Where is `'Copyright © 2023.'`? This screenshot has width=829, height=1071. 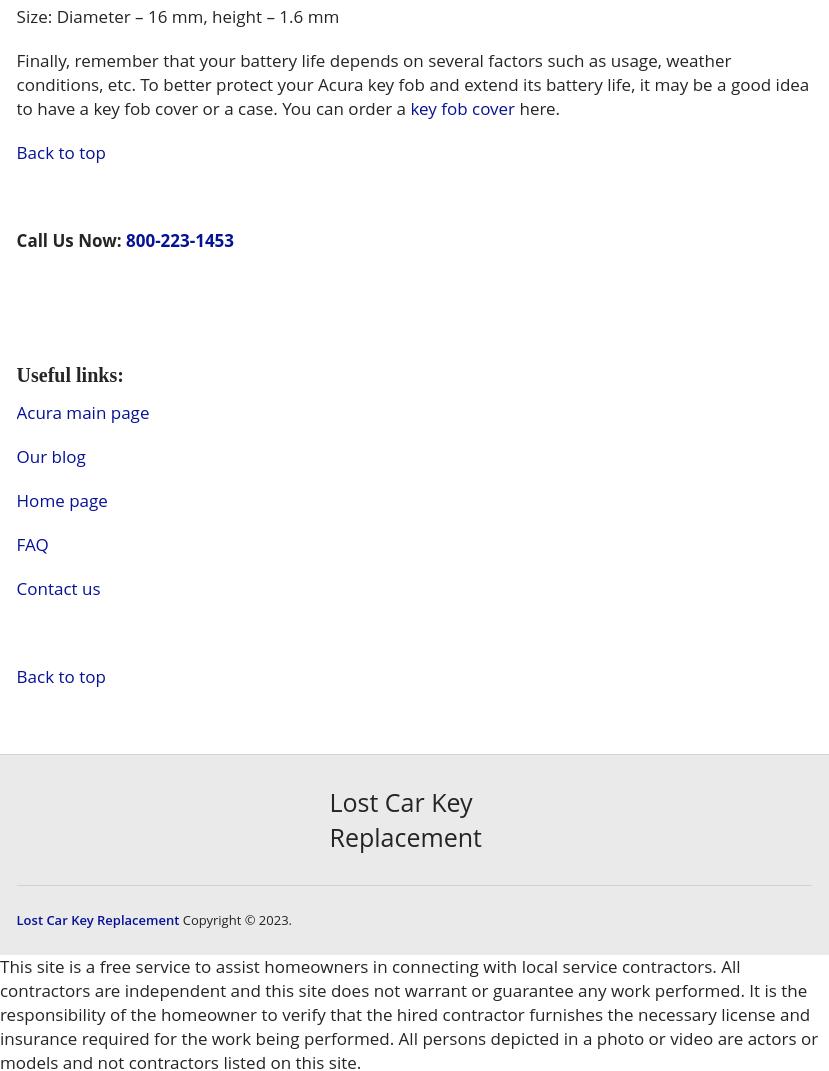 'Copyright © 2023.' is located at coordinates (235, 918).